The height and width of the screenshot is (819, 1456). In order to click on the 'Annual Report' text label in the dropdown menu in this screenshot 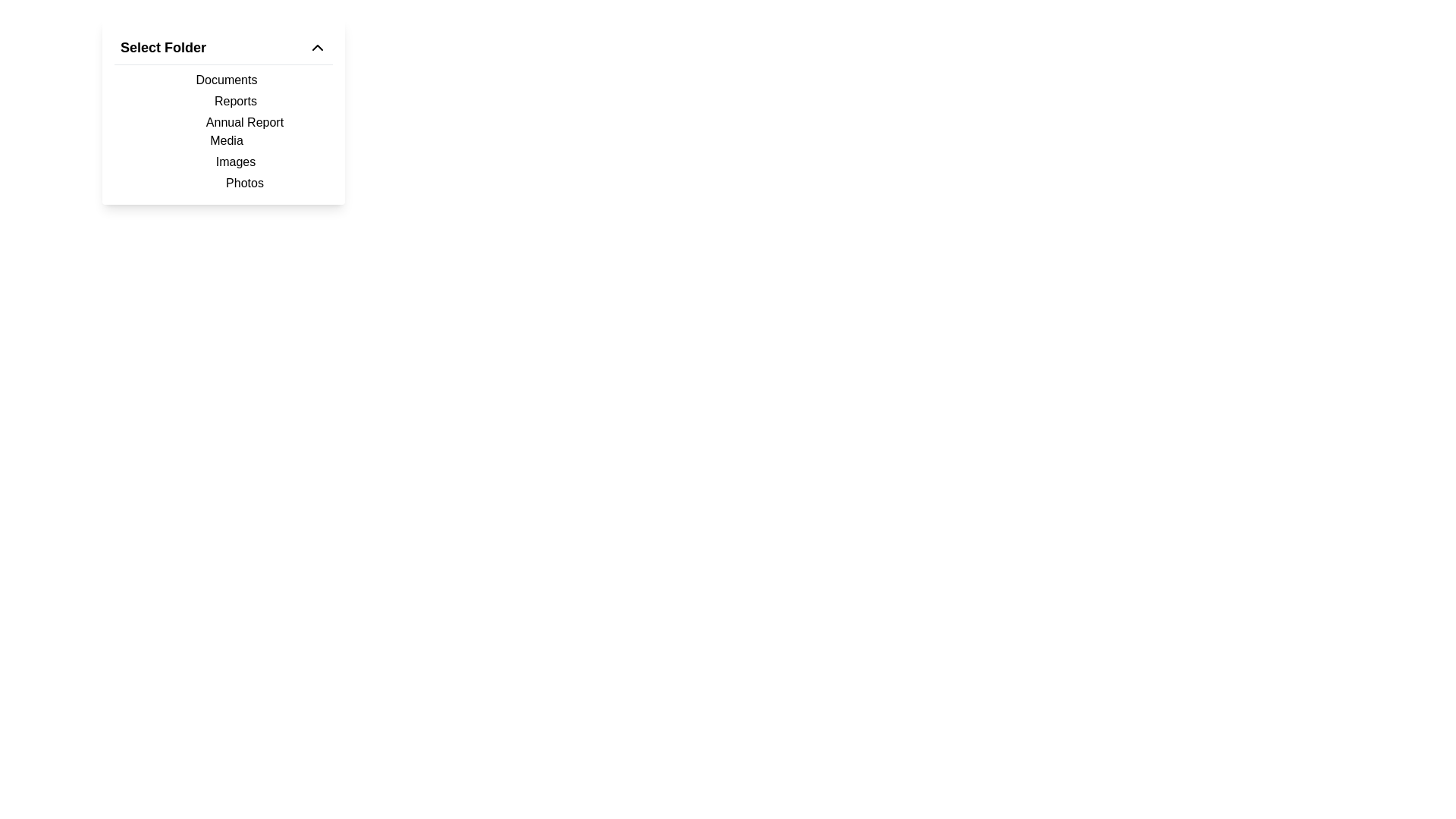, I will do `click(235, 120)`.